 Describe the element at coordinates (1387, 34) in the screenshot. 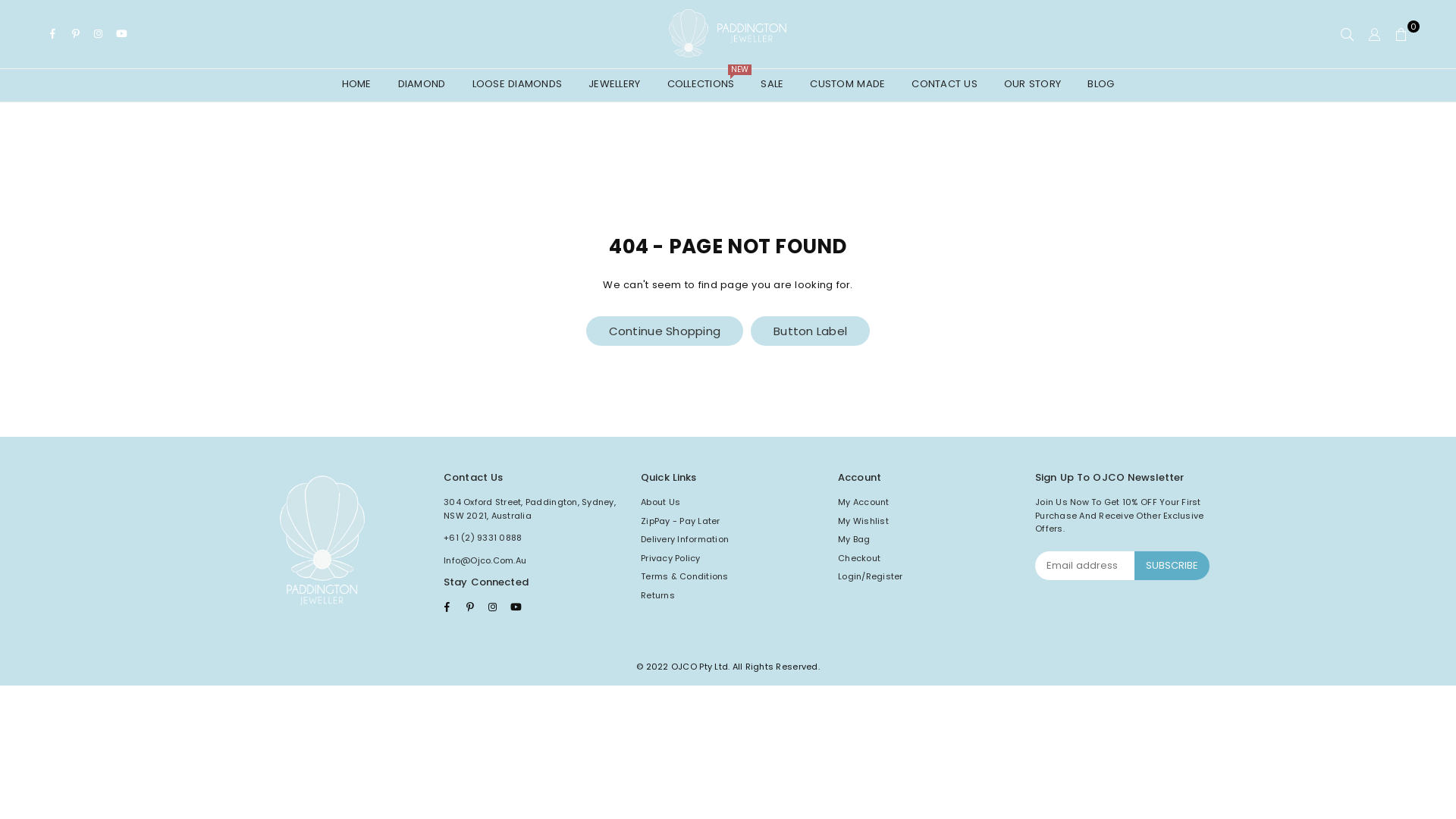

I see `'0'` at that location.